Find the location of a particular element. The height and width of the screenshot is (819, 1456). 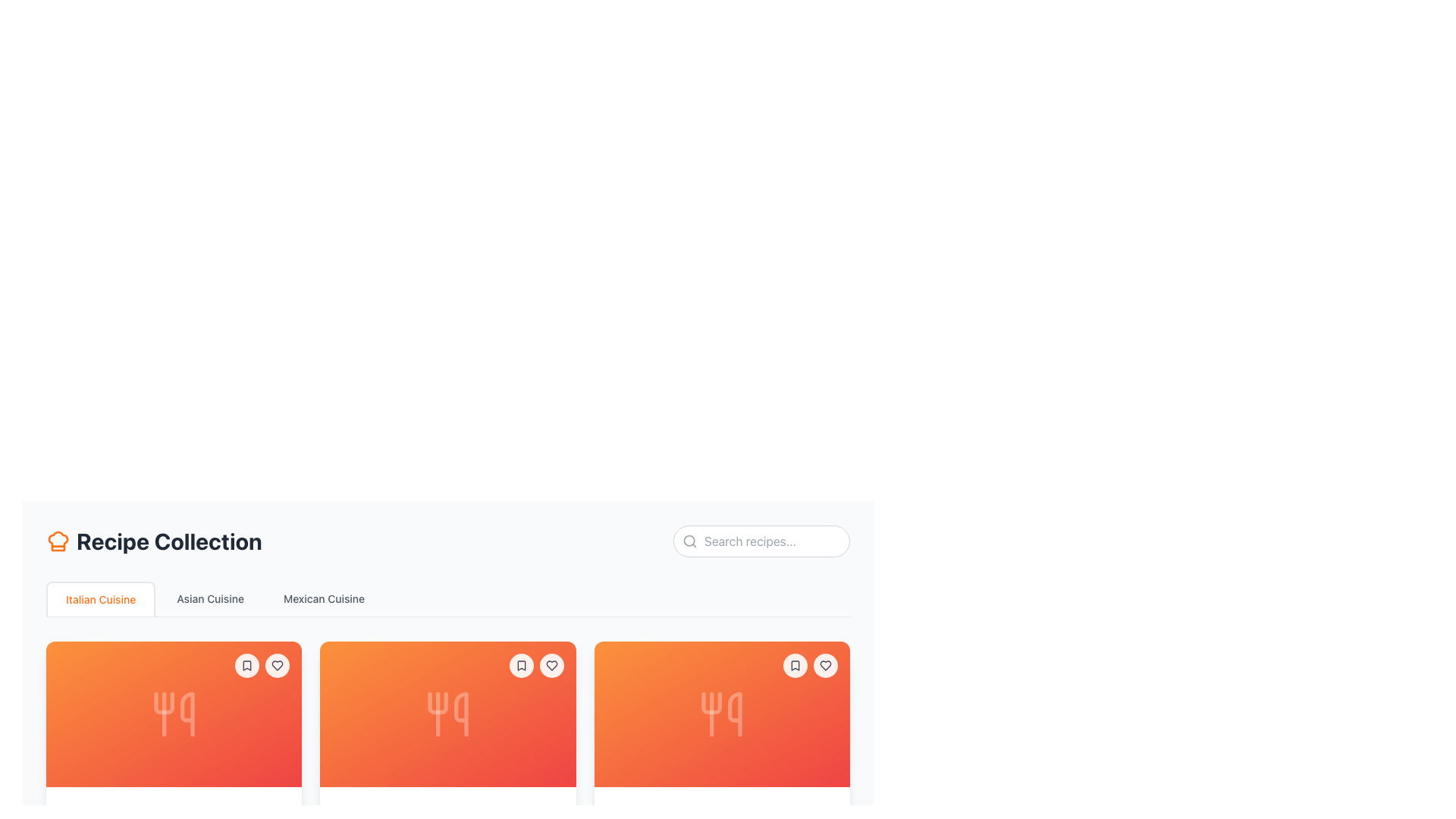

the favorite icon located within a round, white background button in the upper-right corner of the orange recipe card to mark the recipe as favorite is located at coordinates (825, 665).